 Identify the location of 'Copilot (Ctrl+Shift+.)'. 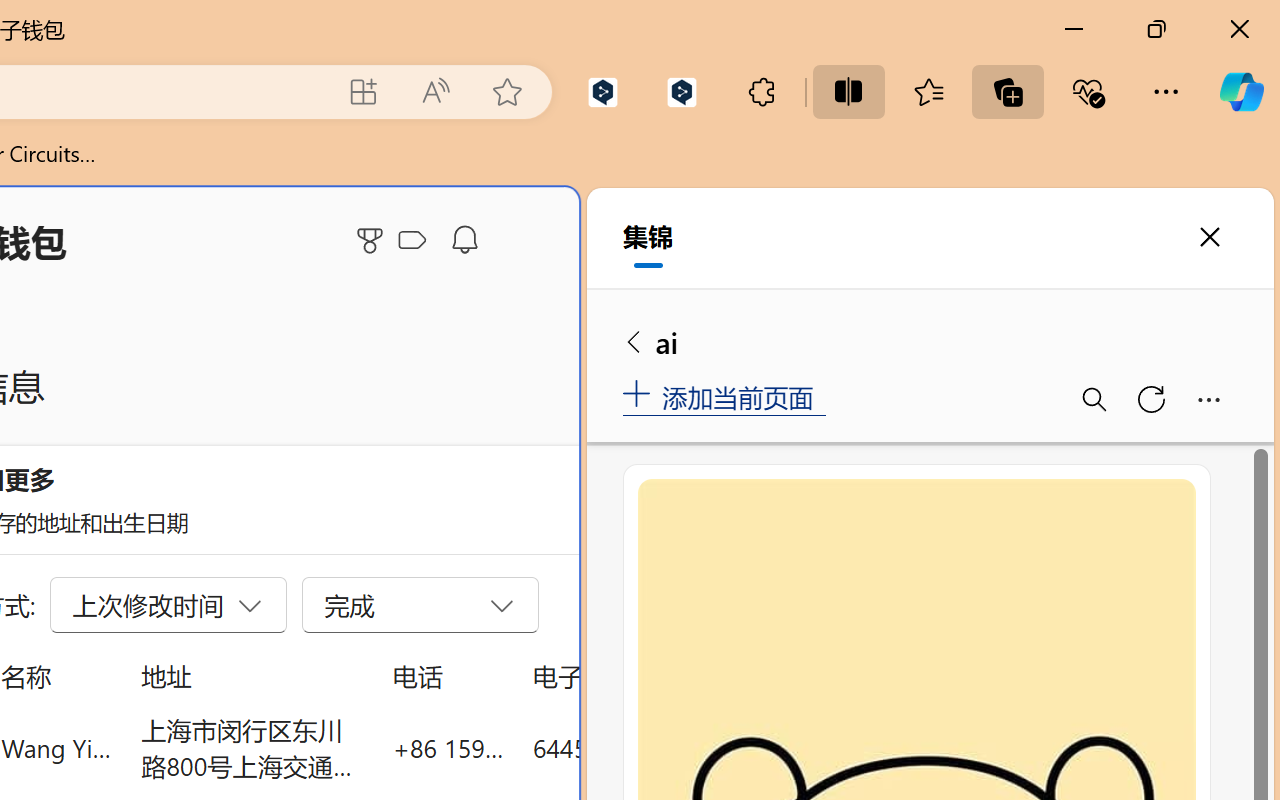
(1240, 91).